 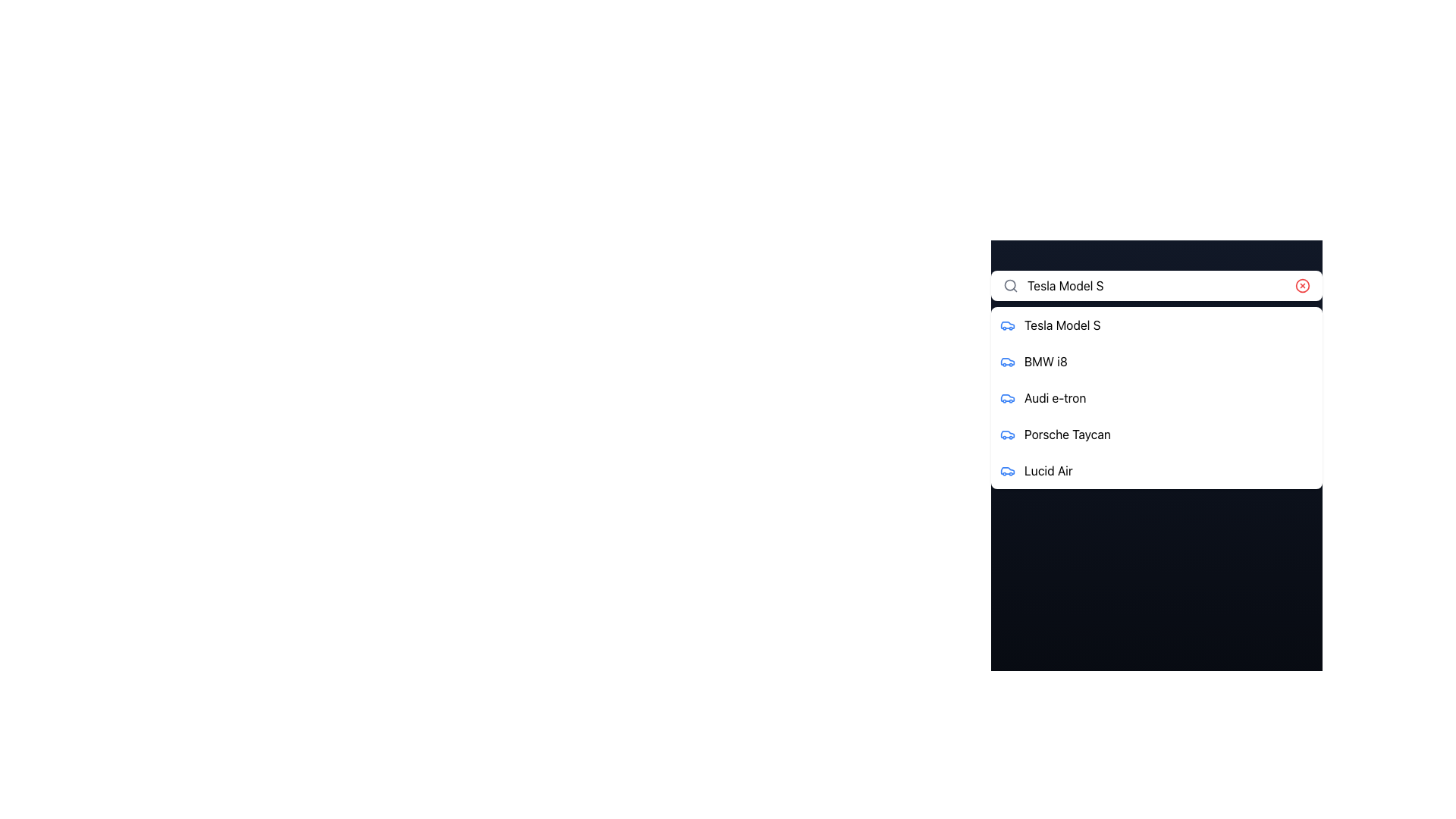 What do you see at coordinates (1008, 470) in the screenshot?
I see `the icon representing 'Lucid Air', which is the fifth icon in the dropdown list of car options` at bounding box center [1008, 470].